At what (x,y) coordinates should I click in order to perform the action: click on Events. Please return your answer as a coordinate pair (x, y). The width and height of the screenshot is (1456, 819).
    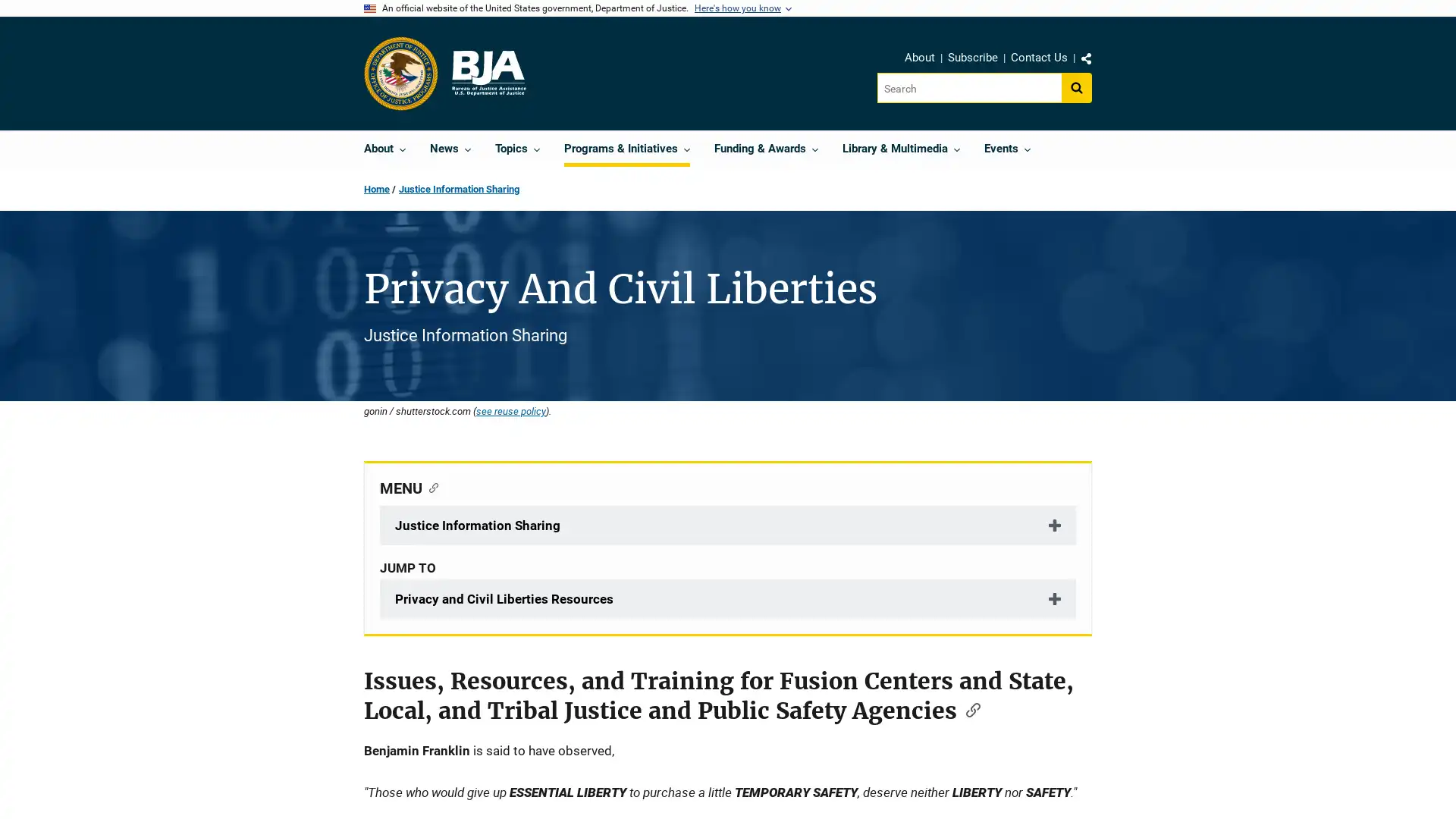
    Looking at the image, I should click on (1007, 149).